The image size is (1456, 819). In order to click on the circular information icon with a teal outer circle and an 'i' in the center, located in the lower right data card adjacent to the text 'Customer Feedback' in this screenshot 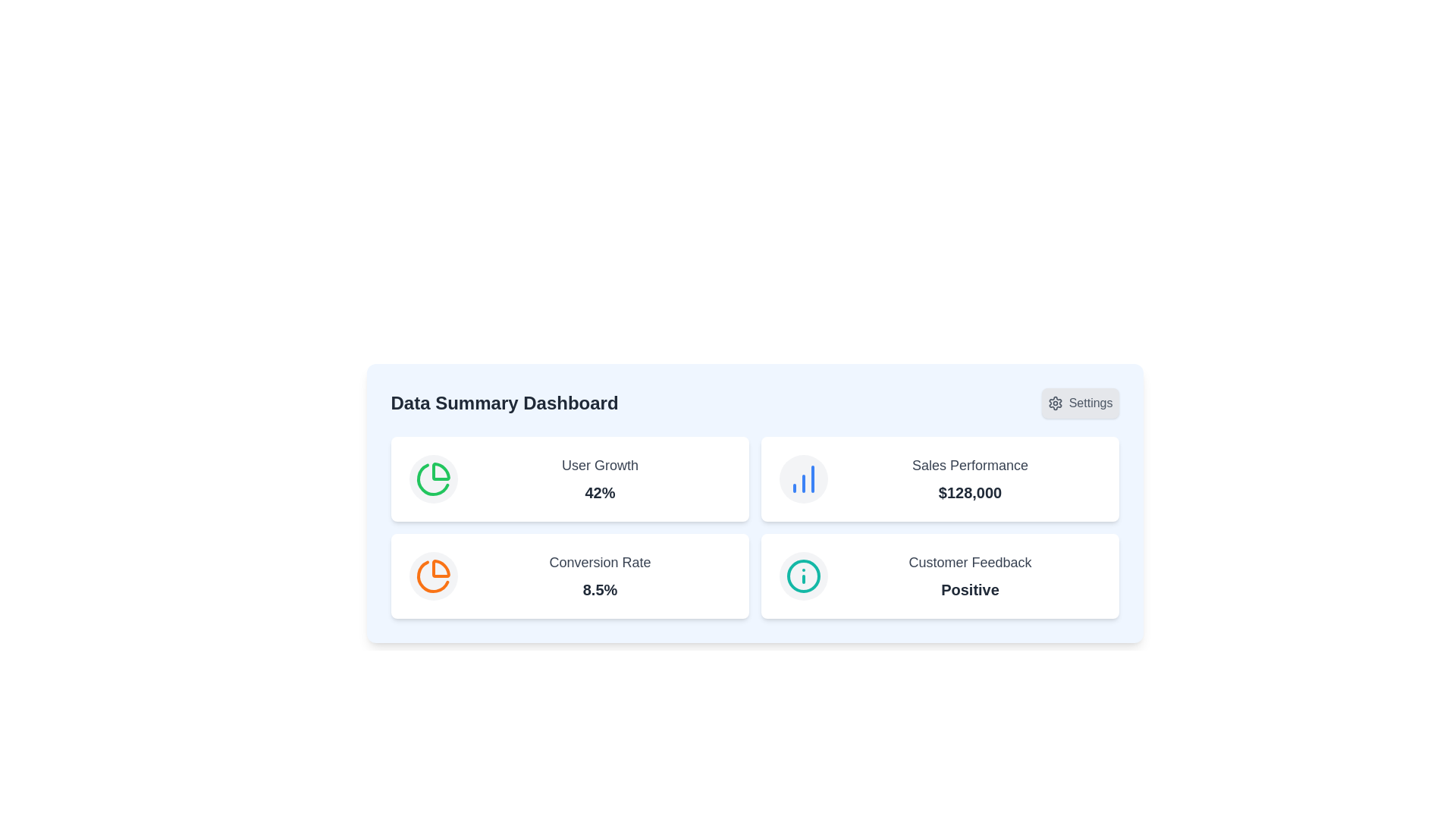, I will do `click(802, 576)`.